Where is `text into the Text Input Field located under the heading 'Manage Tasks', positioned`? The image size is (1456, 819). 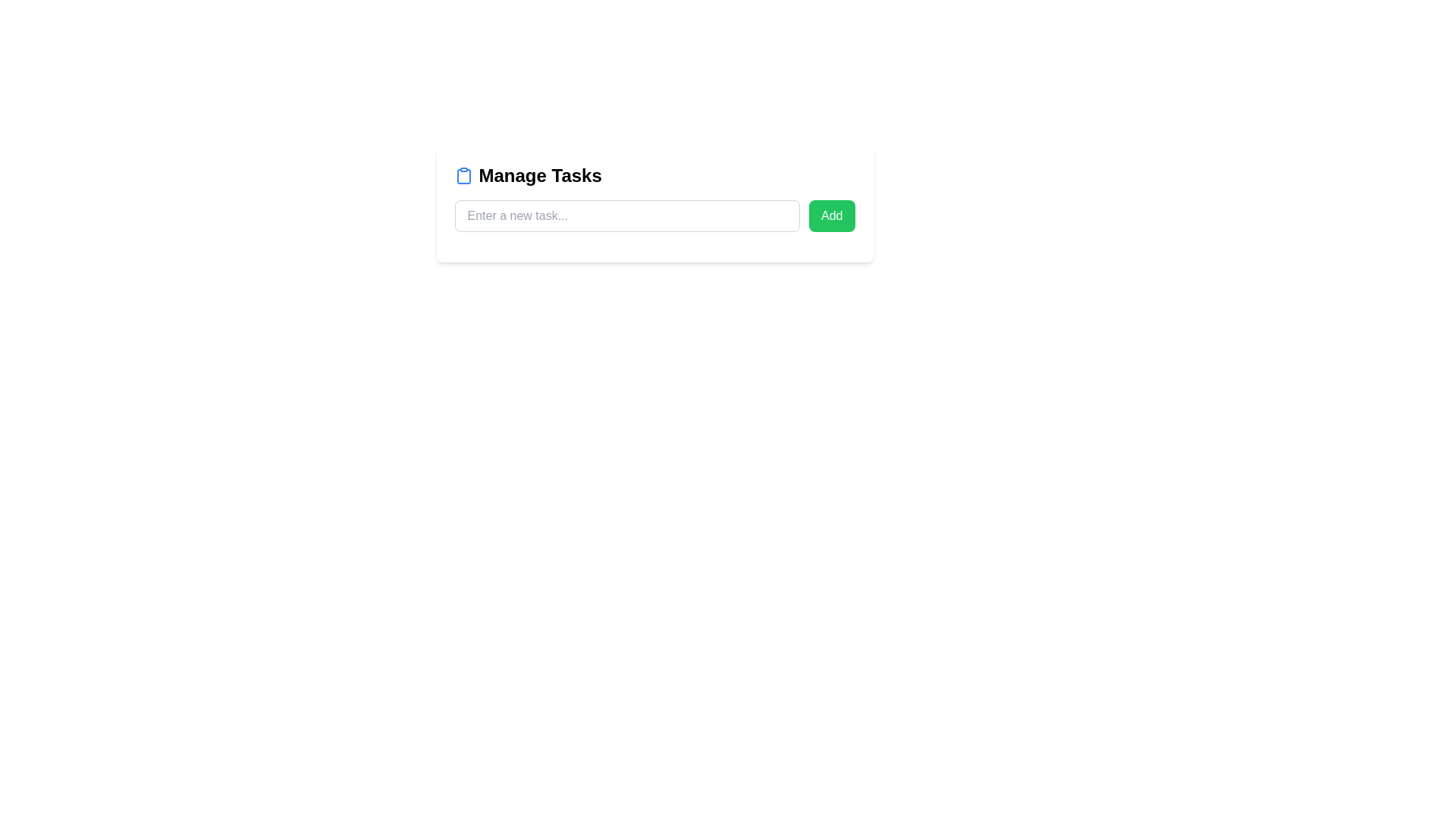
text into the Text Input Field located under the heading 'Manage Tasks', positioned is located at coordinates (627, 216).